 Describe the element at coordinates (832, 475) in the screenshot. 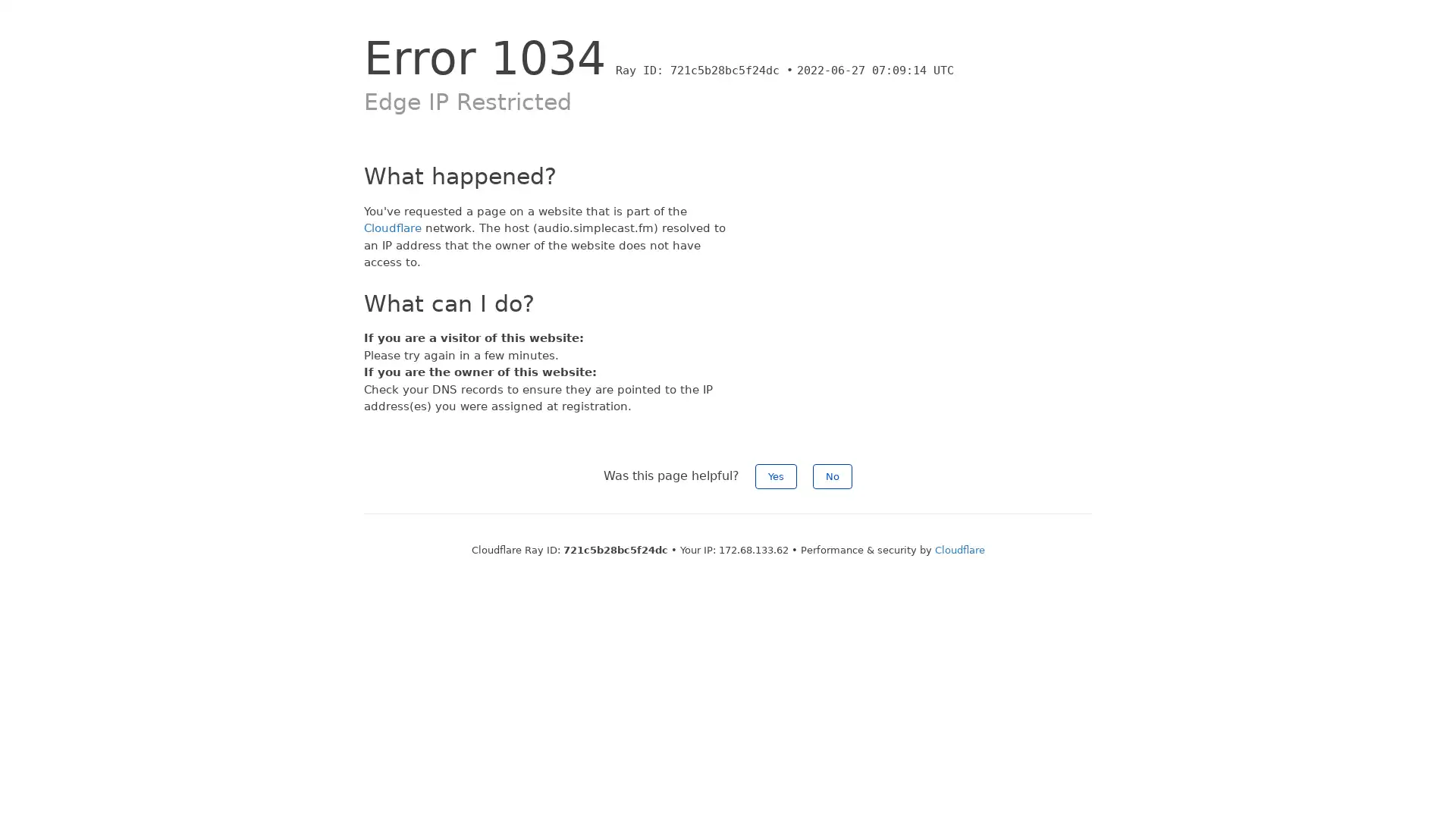

I see `No` at that location.